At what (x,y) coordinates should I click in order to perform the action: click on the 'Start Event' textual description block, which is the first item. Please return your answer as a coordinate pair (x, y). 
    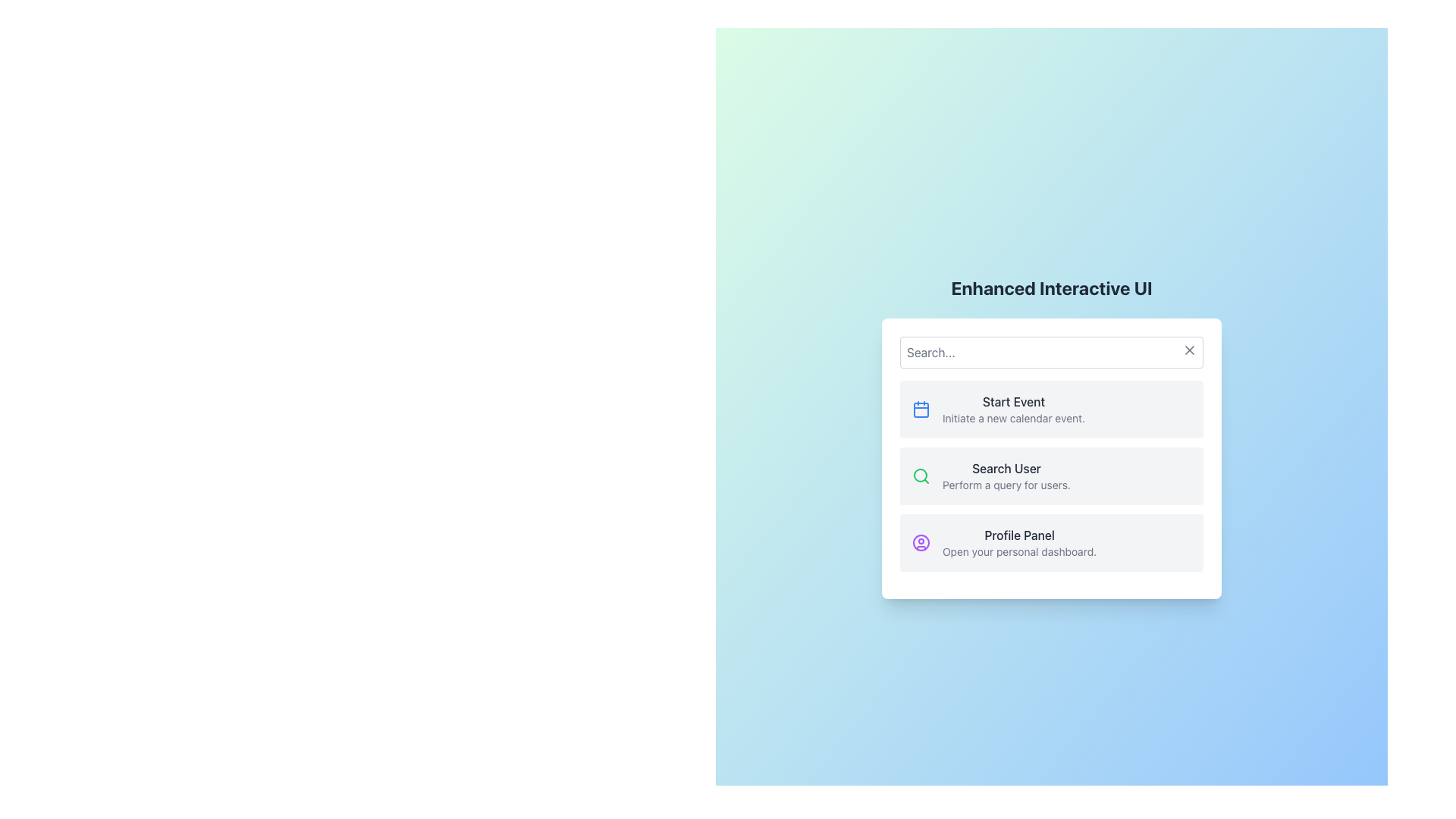
    Looking at the image, I should click on (1014, 409).